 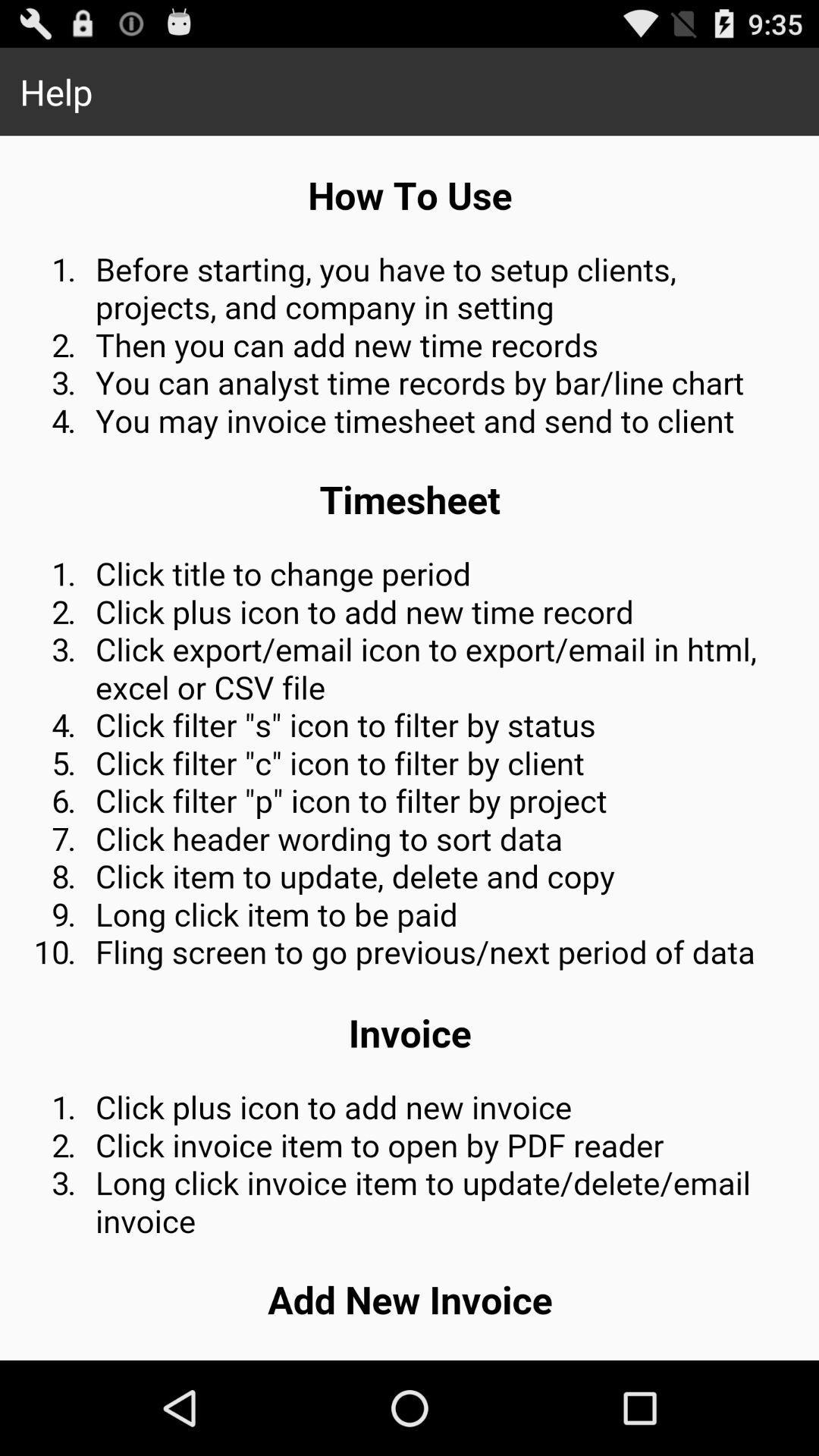 I want to click on read the instructions page, so click(x=409, y=748).